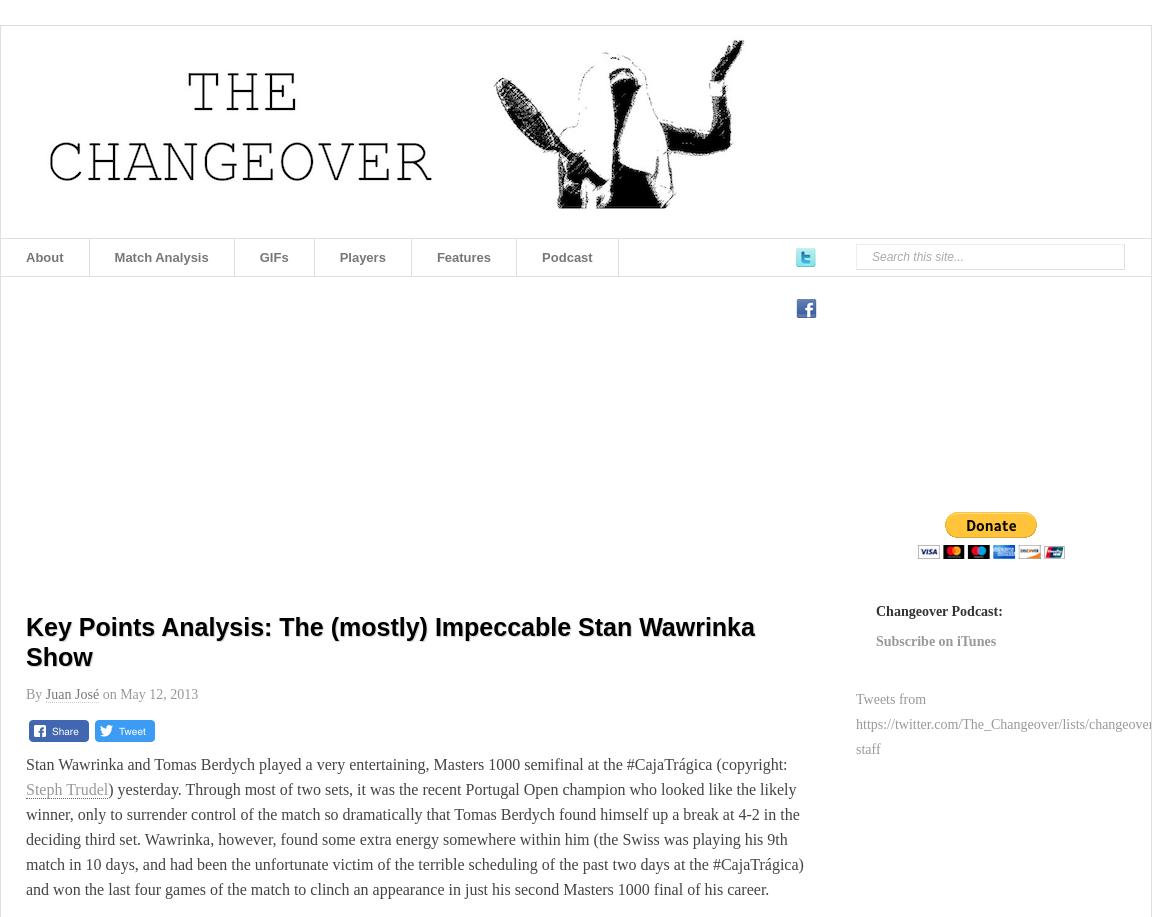 Image resolution: width=1152 pixels, height=917 pixels. I want to click on 'May 12, 2013', so click(158, 694).